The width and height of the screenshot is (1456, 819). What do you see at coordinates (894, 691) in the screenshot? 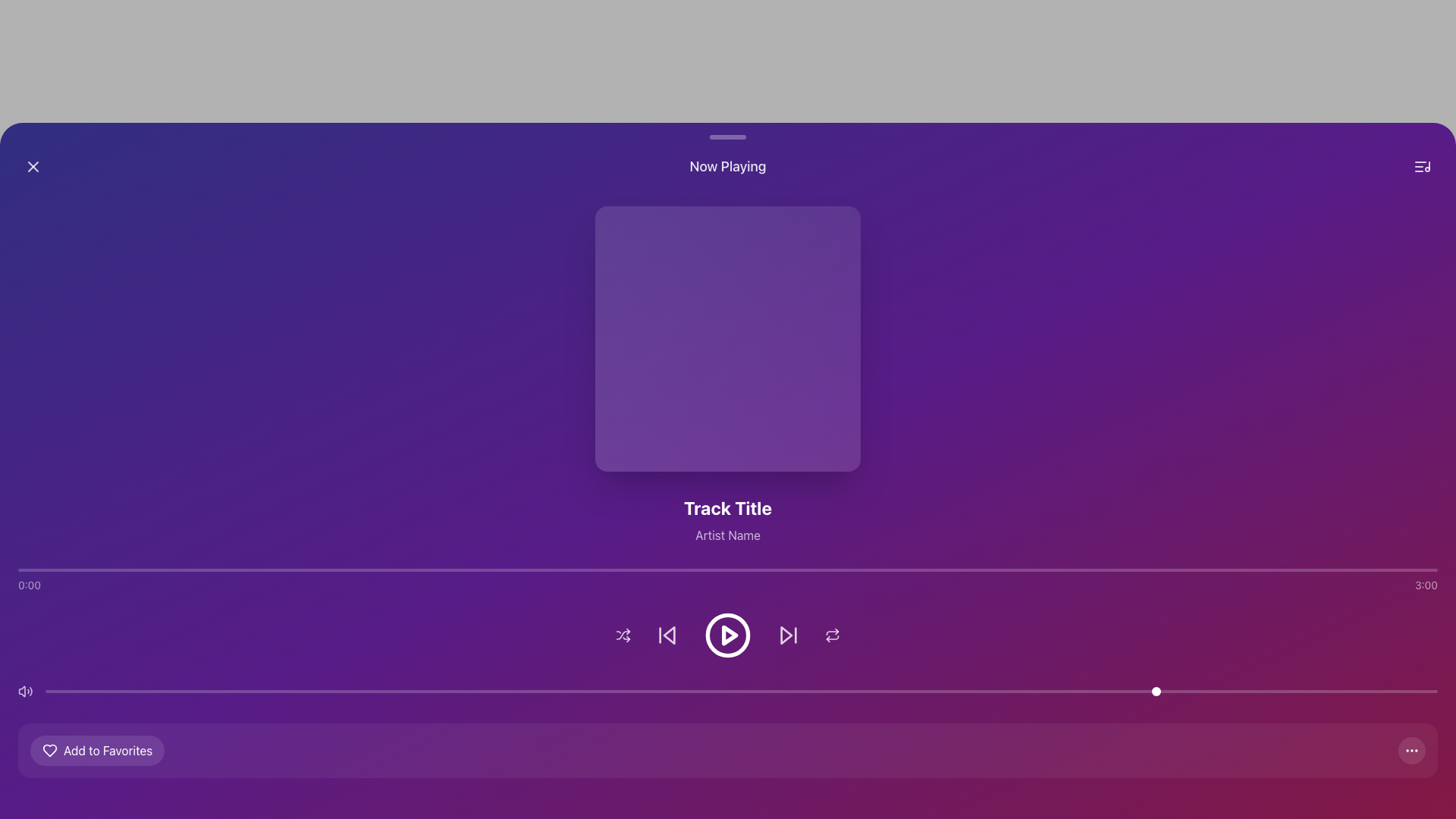
I see `the slider value` at bounding box center [894, 691].